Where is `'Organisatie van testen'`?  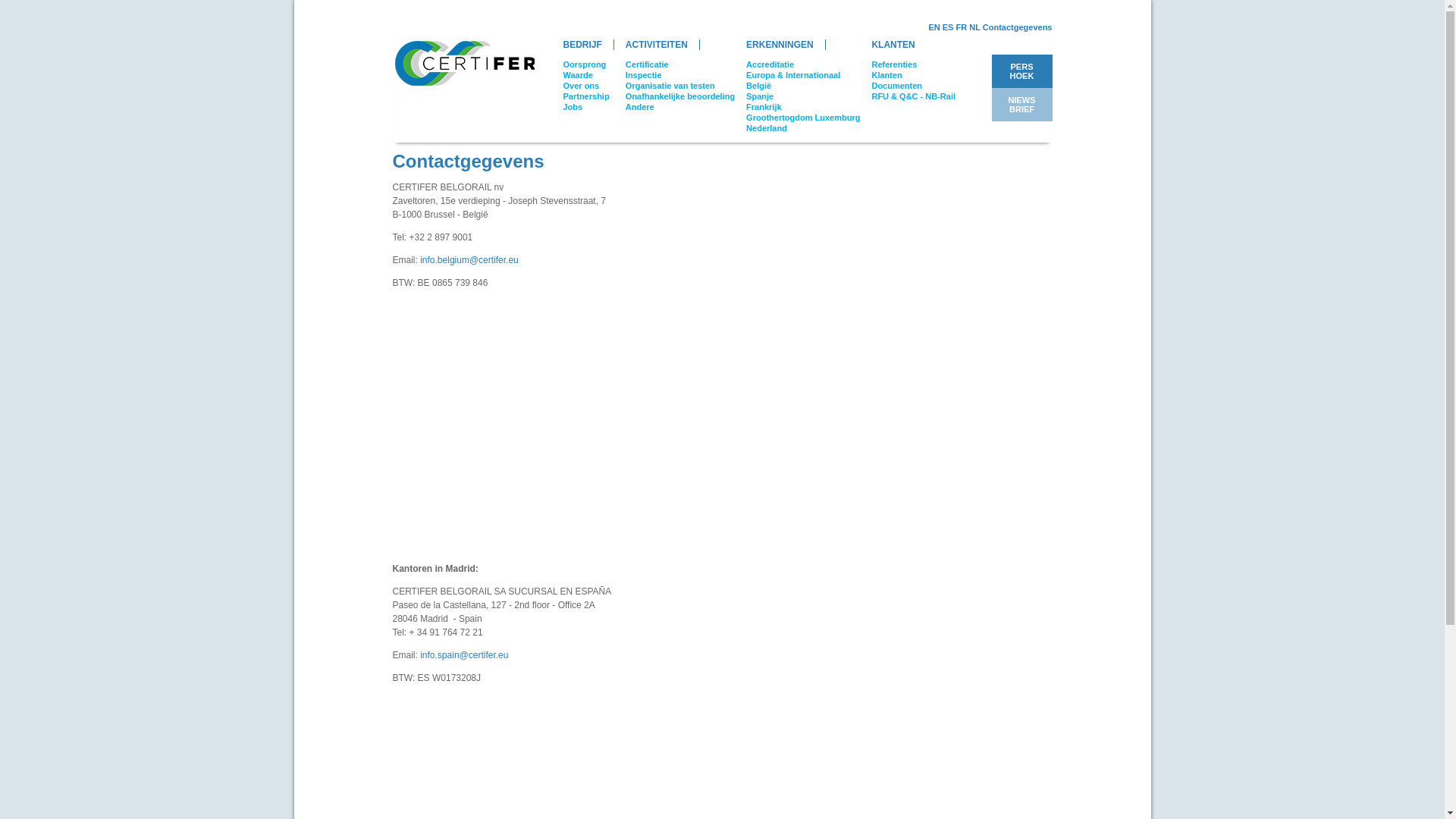 'Organisatie van testen' is located at coordinates (626, 85).